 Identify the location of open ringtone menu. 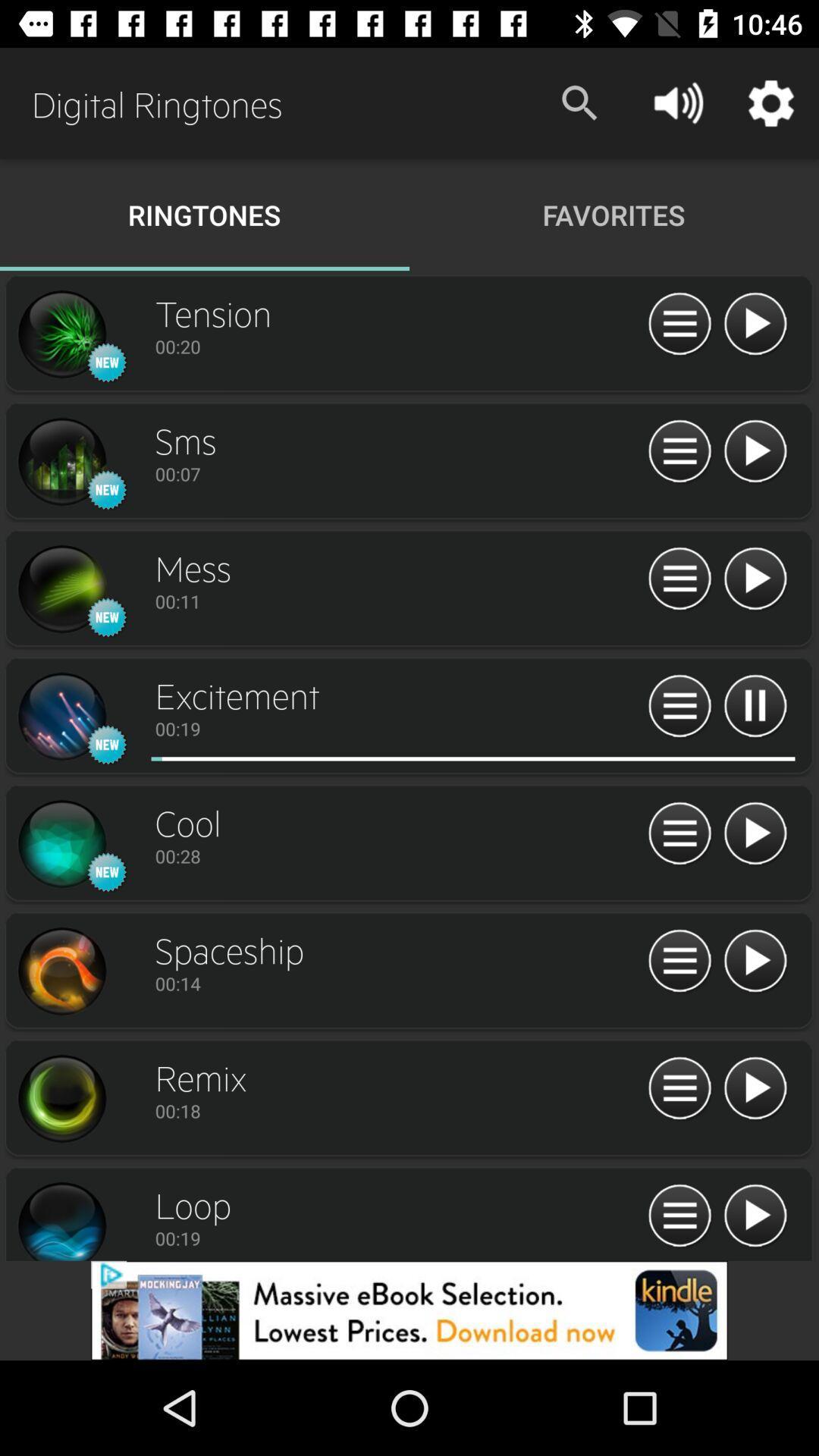
(679, 1088).